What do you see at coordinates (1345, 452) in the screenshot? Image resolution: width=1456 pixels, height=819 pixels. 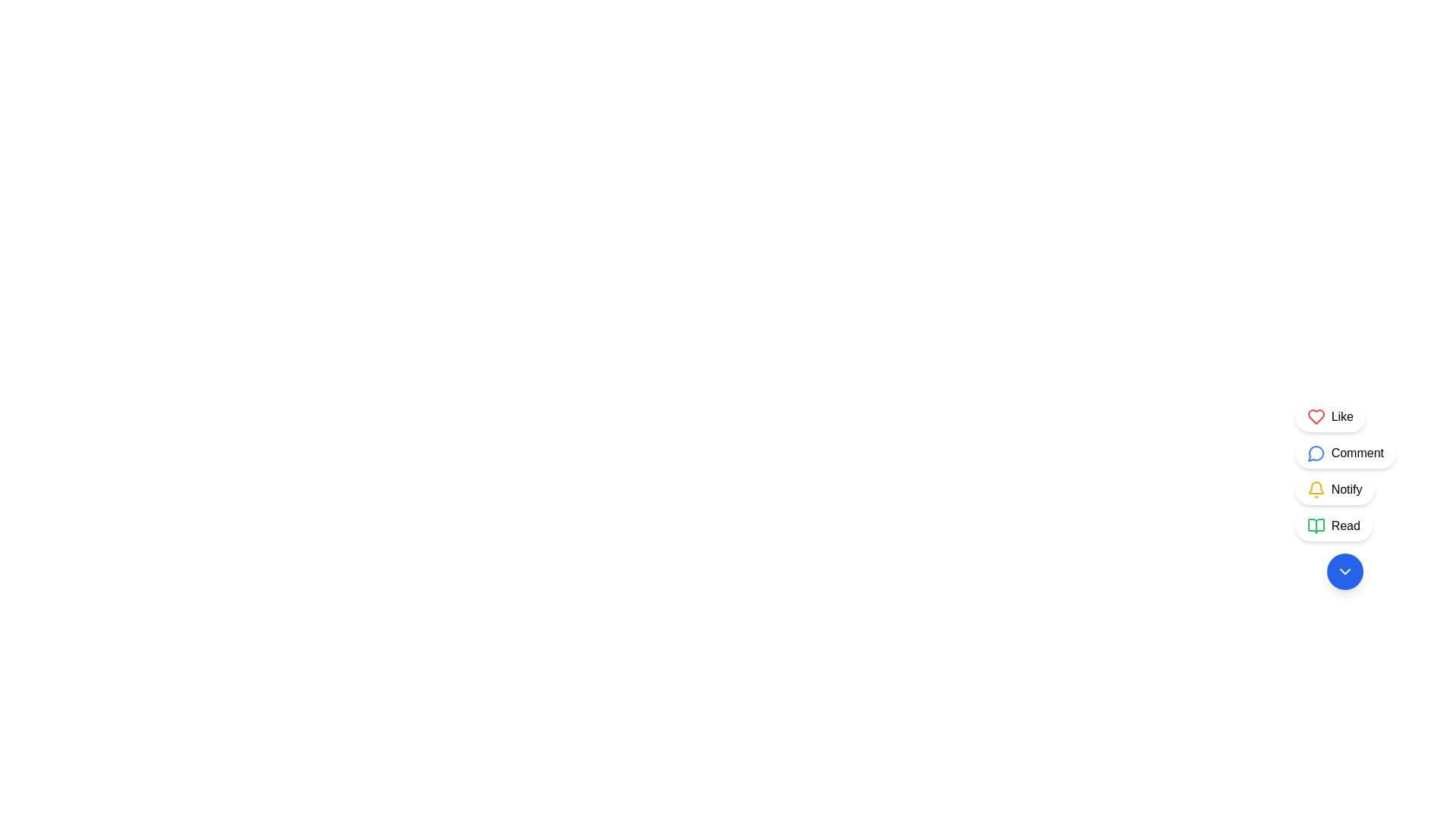 I see `the 'Comment' button, which features a white background, rounded corners, and a blue speech bubble icon with the text 'Comment'` at bounding box center [1345, 452].